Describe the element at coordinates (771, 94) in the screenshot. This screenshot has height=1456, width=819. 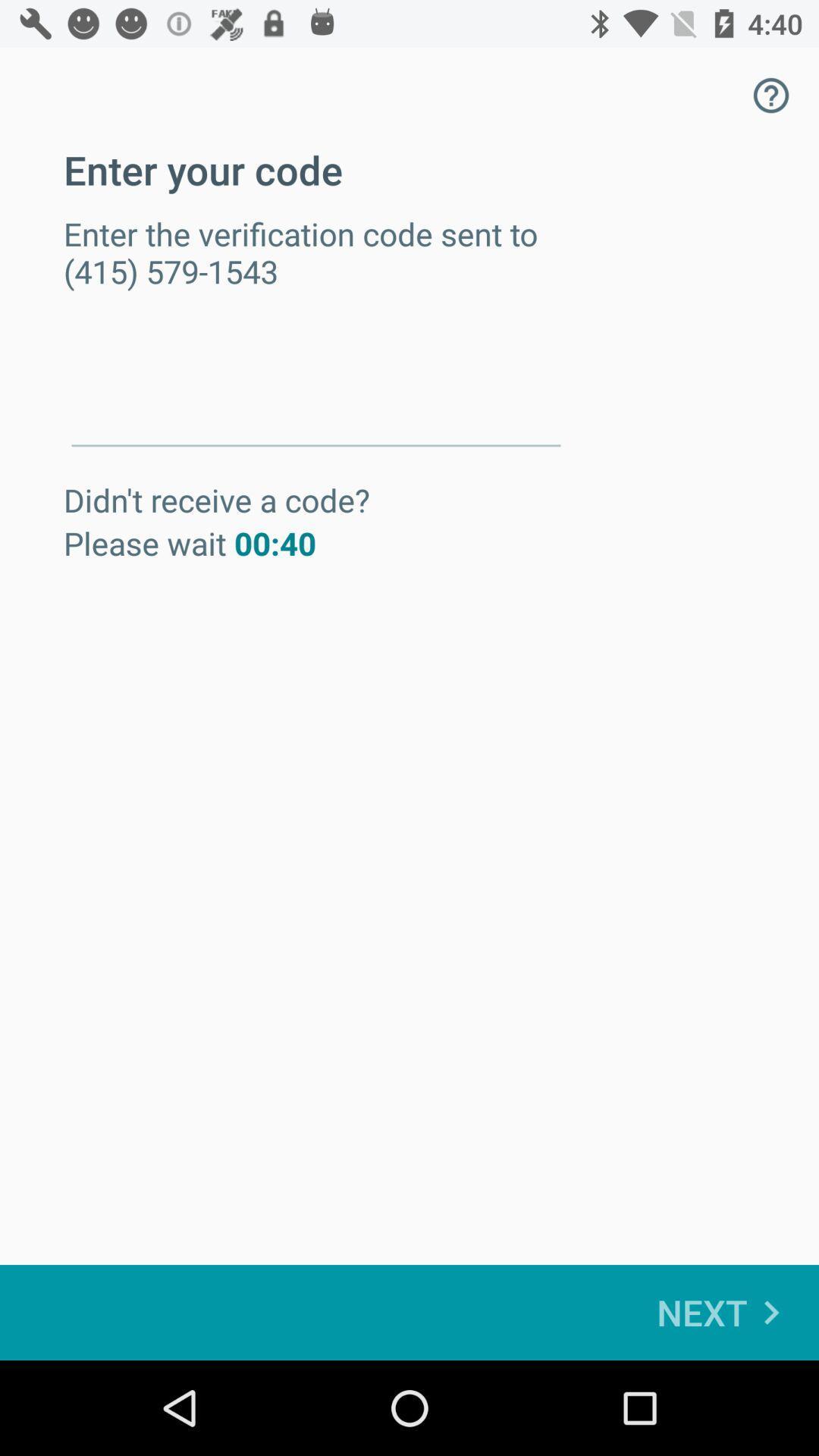
I see `item above next` at that location.